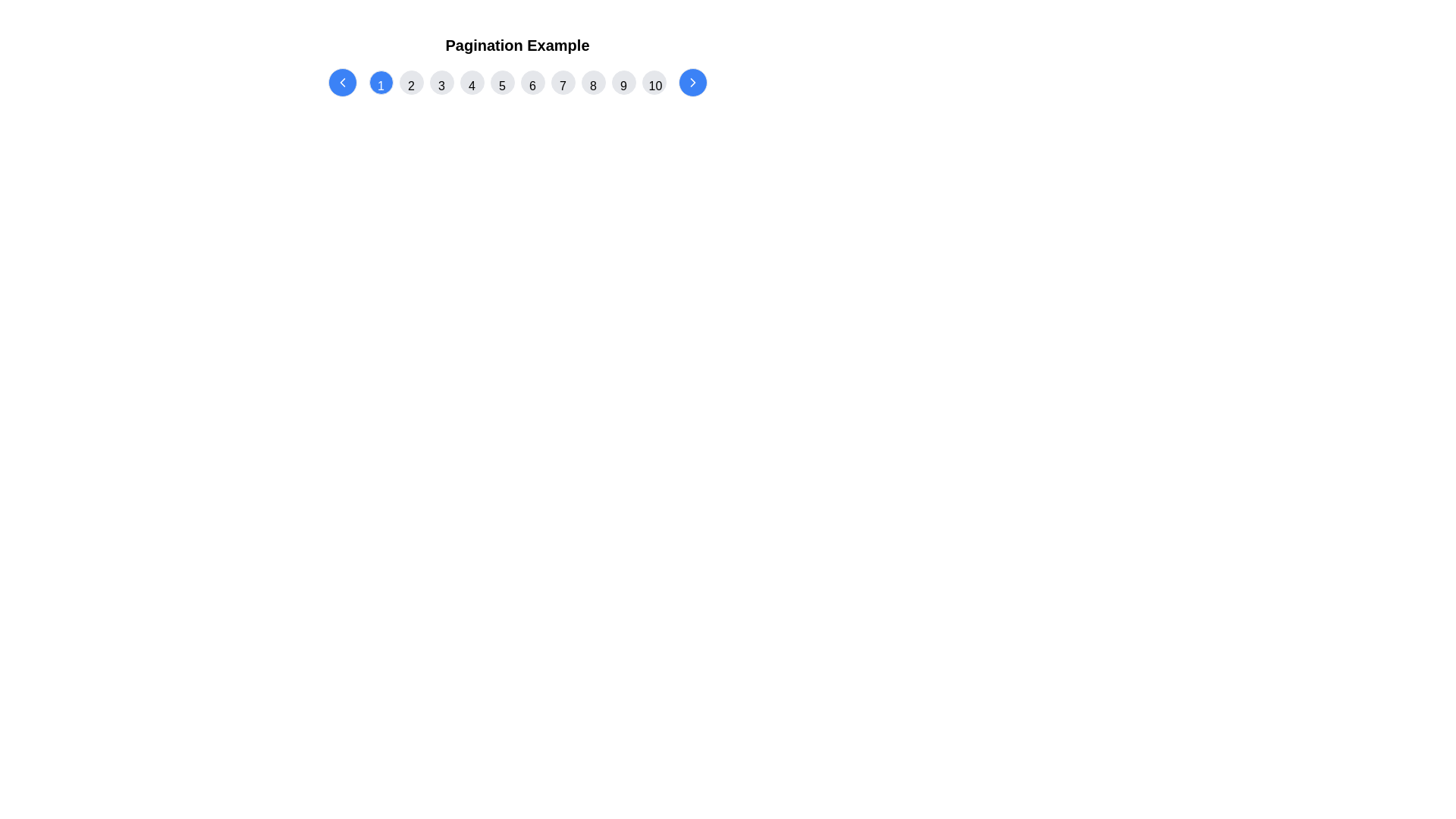  I want to click on the navigation button with an icon to move to the previous page in the pagination control, which is located to the left of the circular button labeled '1', so click(341, 82).